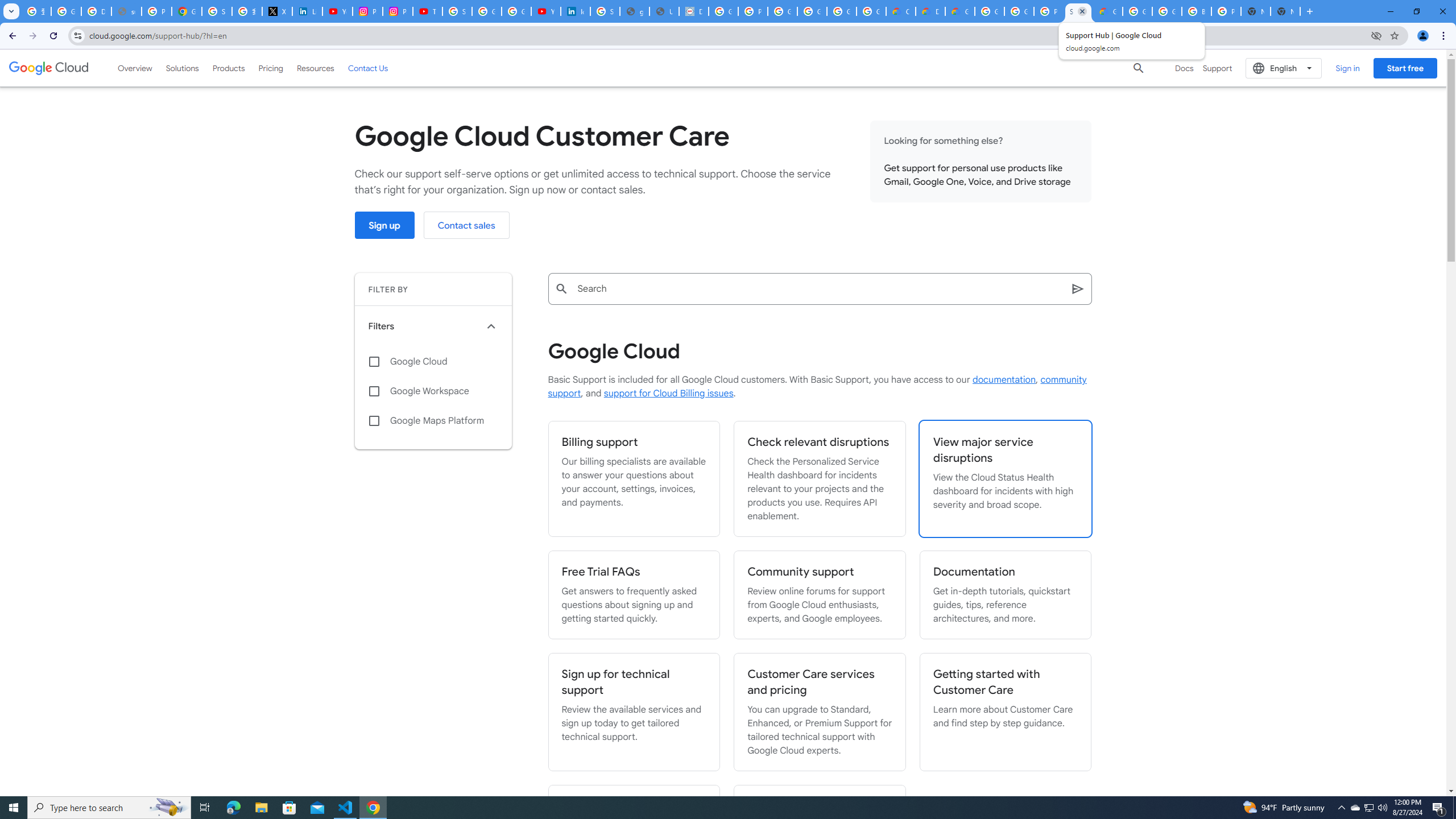  What do you see at coordinates (337, 11) in the screenshot?
I see `'YouTube Content Monetization Policies - How YouTube Works'` at bounding box center [337, 11].